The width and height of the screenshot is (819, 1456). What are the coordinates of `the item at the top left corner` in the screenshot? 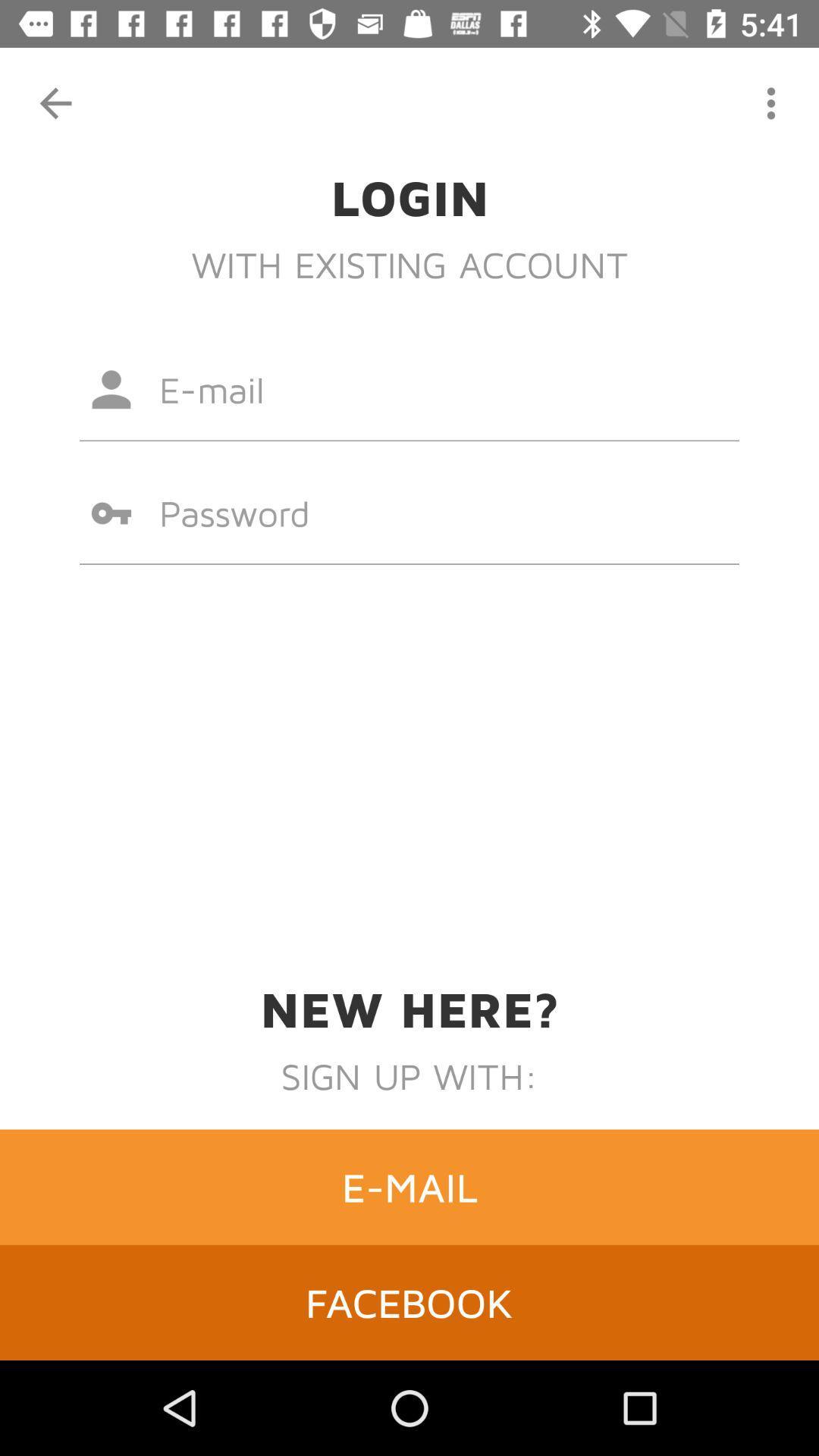 It's located at (55, 102).